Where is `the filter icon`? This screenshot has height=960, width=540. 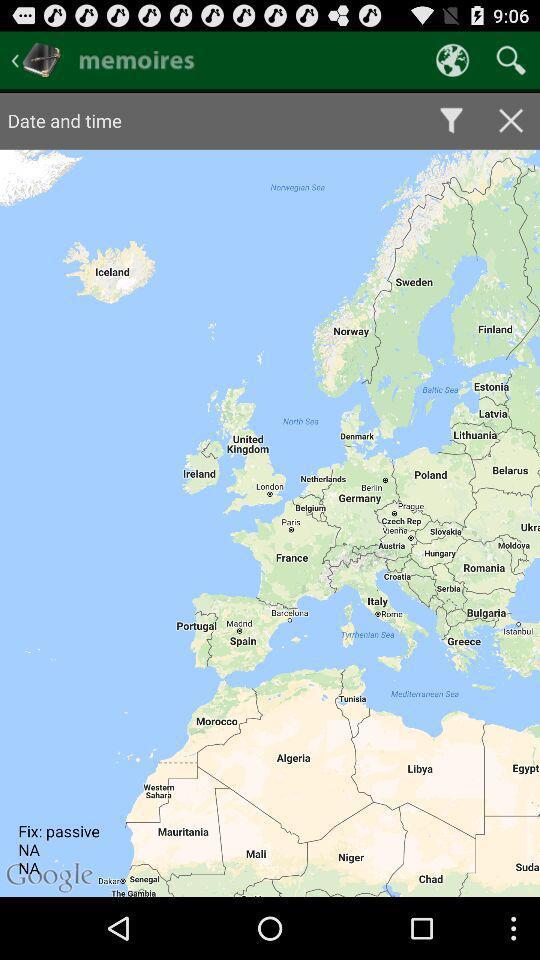 the filter icon is located at coordinates (451, 128).